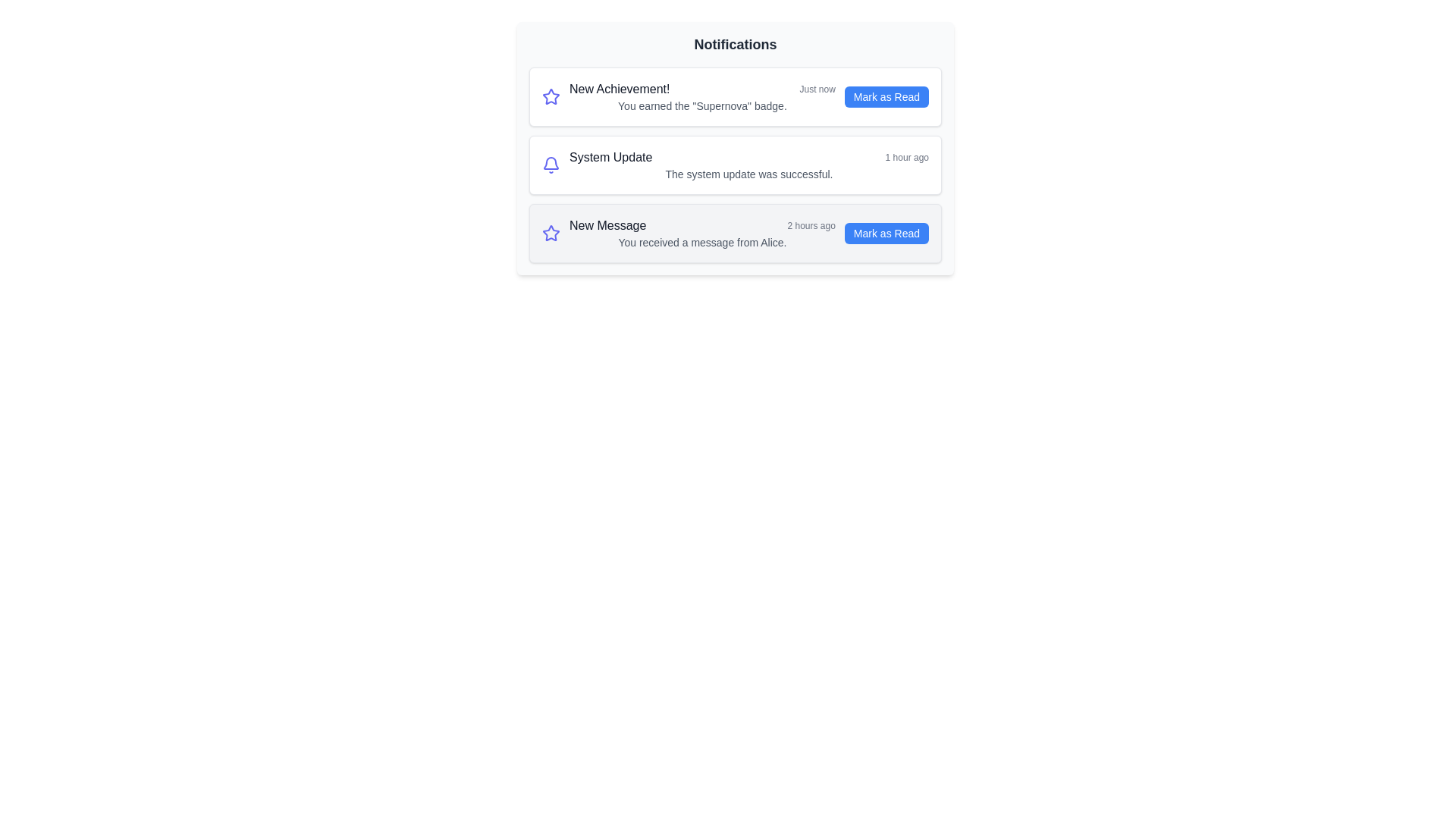  What do you see at coordinates (811, 225) in the screenshot?
I see `the small text label displaying '2 hours ago' located in the bottom notification box, right-aligned and next to the notification title 'New Message'` at bounding box center [811, 225].